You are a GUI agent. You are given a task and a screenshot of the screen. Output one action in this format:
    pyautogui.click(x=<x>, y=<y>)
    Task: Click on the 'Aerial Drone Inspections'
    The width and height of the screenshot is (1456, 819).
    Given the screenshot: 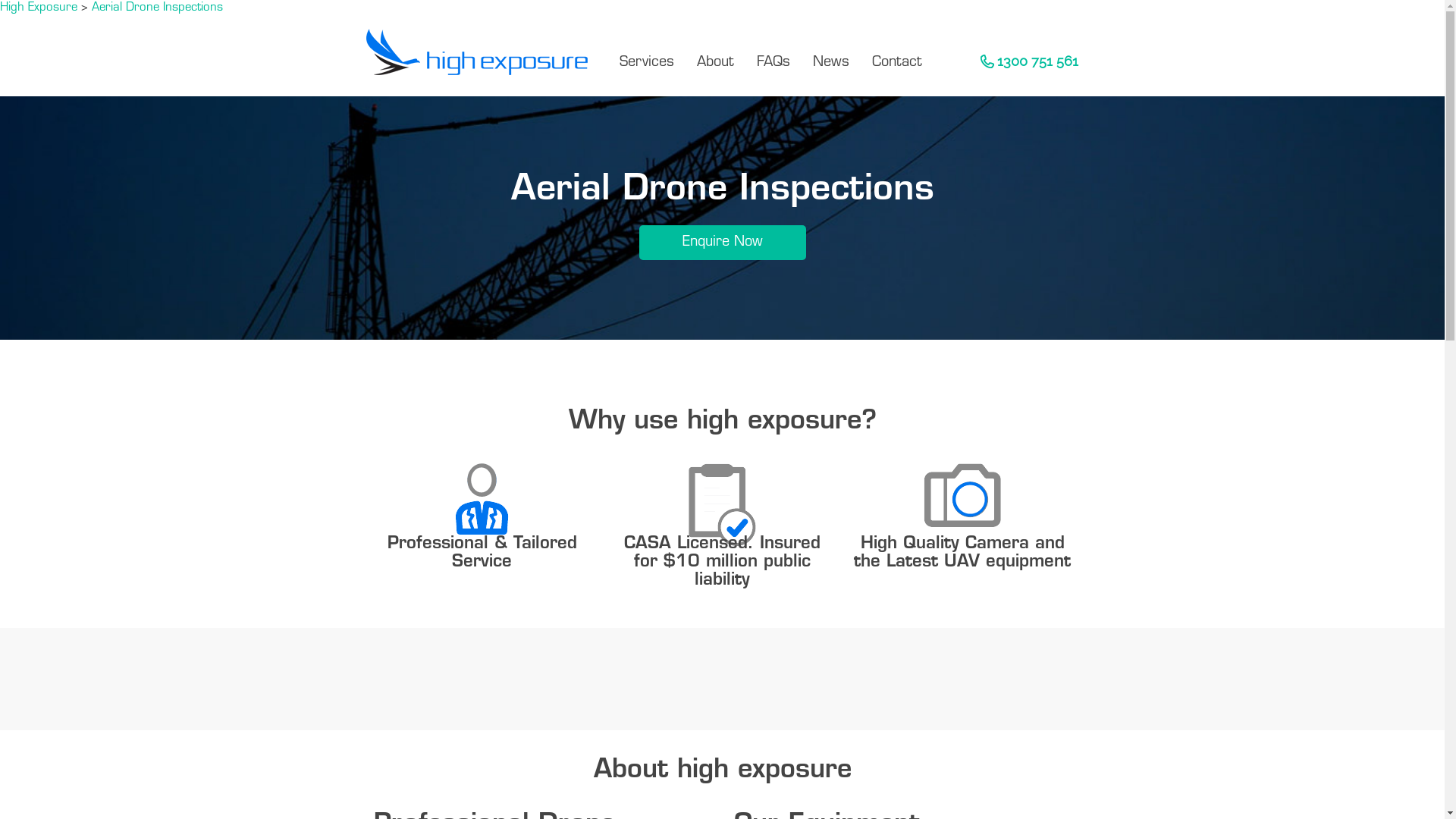 What is the action you would take?
    pyautogui.click(x=90, y=8)
    